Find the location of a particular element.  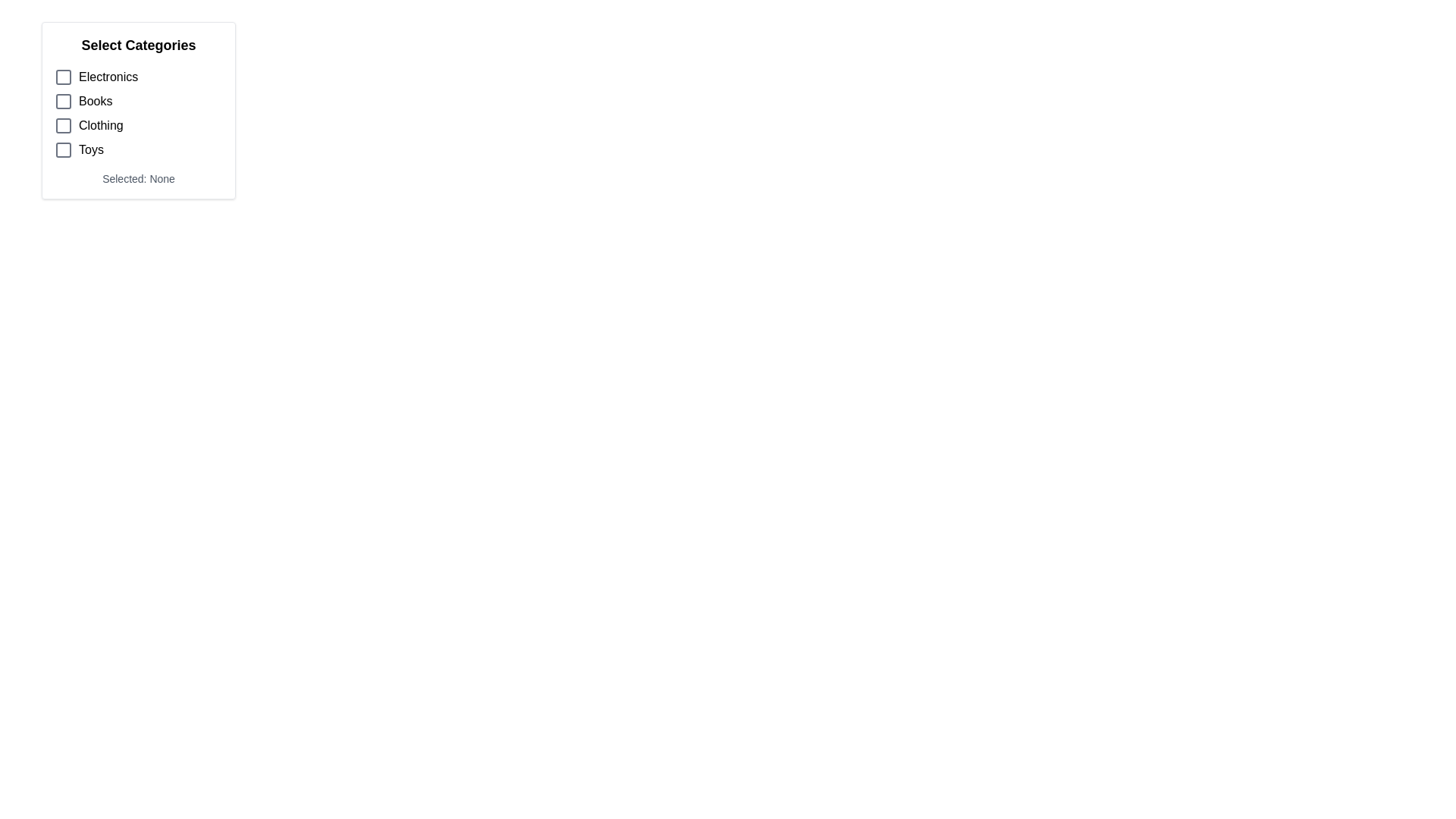

the 'Toys.' text label located in the last row of the options list, positioned to the right of the associated checkbox, to trigger any potential tooltip or highlight is located at coordinates (90, 149).